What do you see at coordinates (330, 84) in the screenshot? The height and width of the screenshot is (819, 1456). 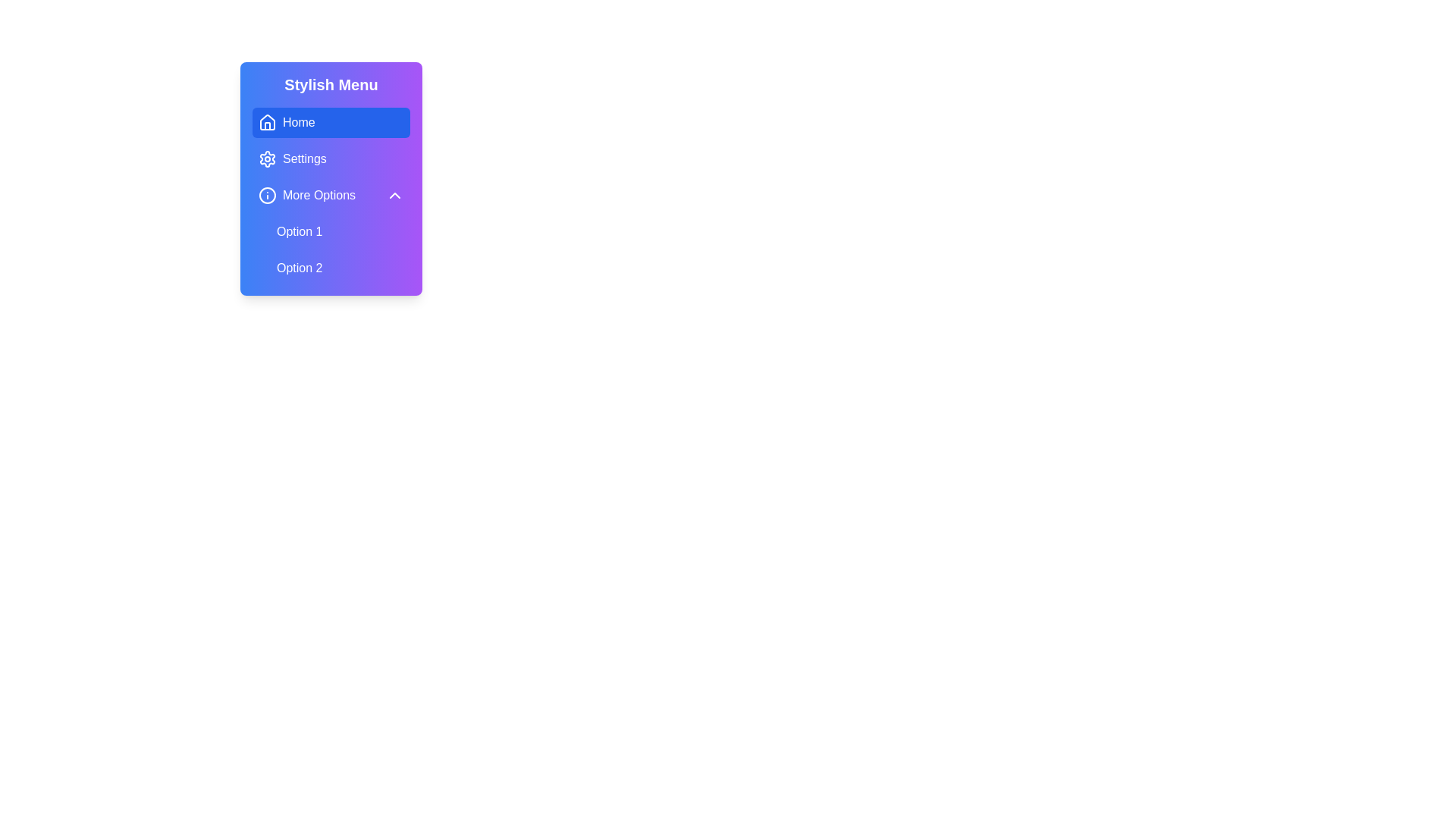 I see `the text label reading 'Stylish Menu' which is styled with a bold and large font, located at the top of a vertically oriented sidebar with a gradient background` at bounding box center [330, 84].